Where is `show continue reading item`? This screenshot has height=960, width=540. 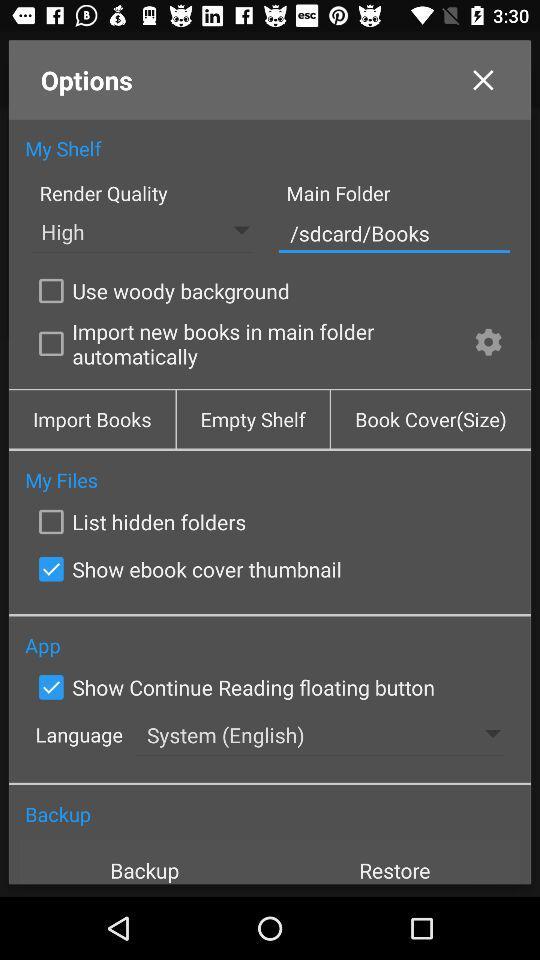 show continue reading item is located at coordinates (231, 687).